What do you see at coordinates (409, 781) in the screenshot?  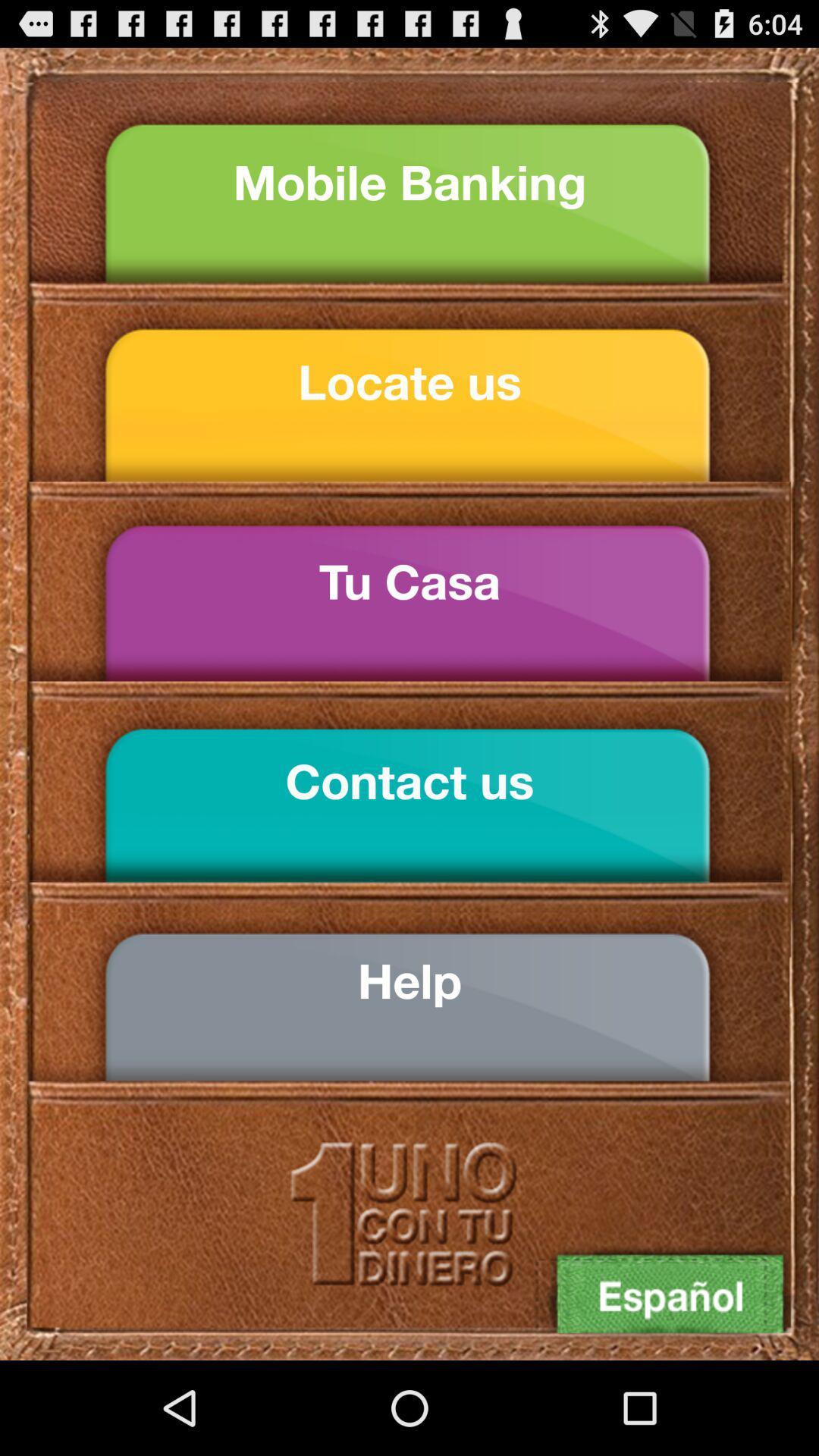 I see `contact us icon` at bounding box center [409, 781].